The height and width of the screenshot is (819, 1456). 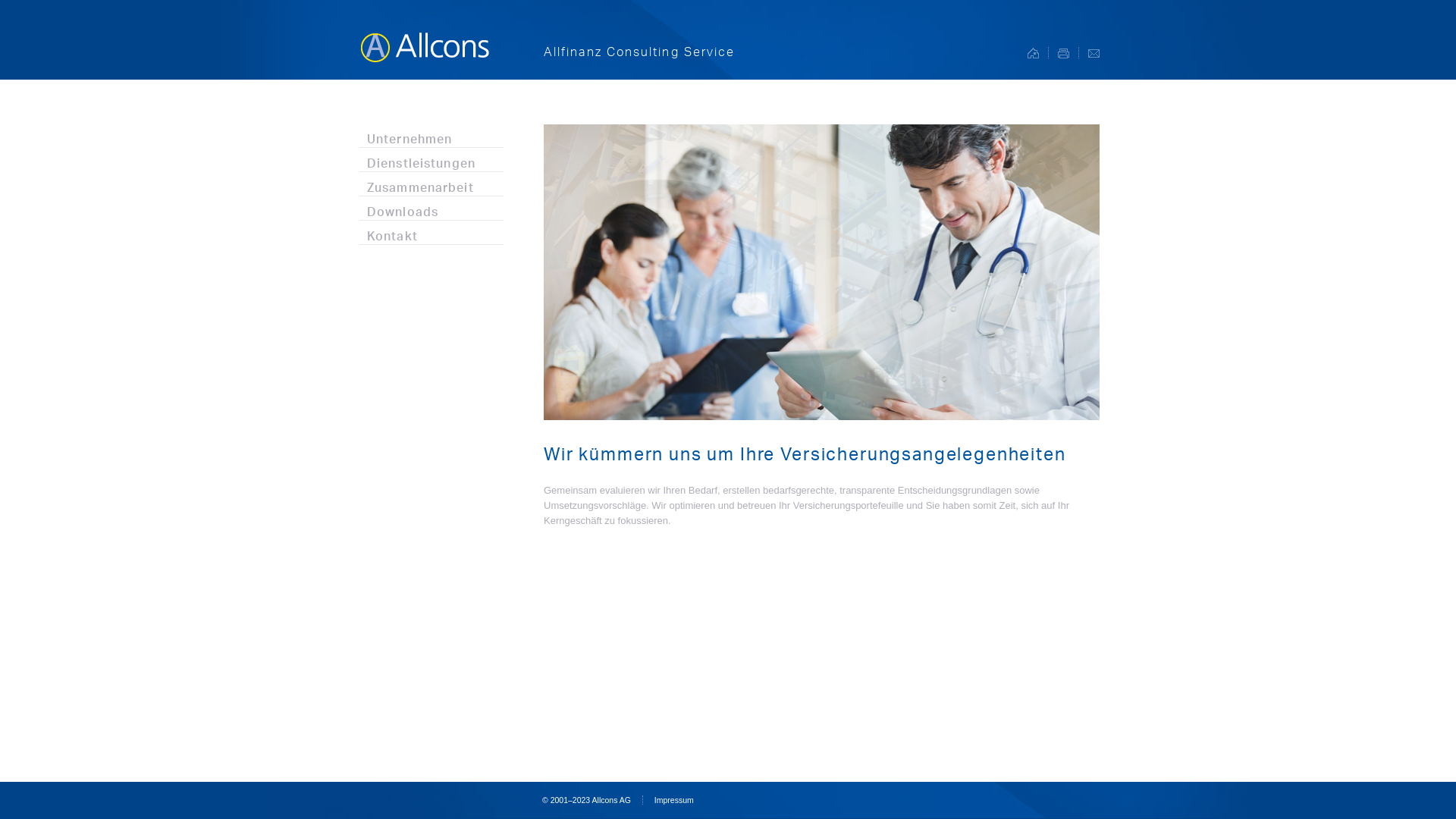 I want to click on 'Dienstleistungen', so click(x=431, y=159).